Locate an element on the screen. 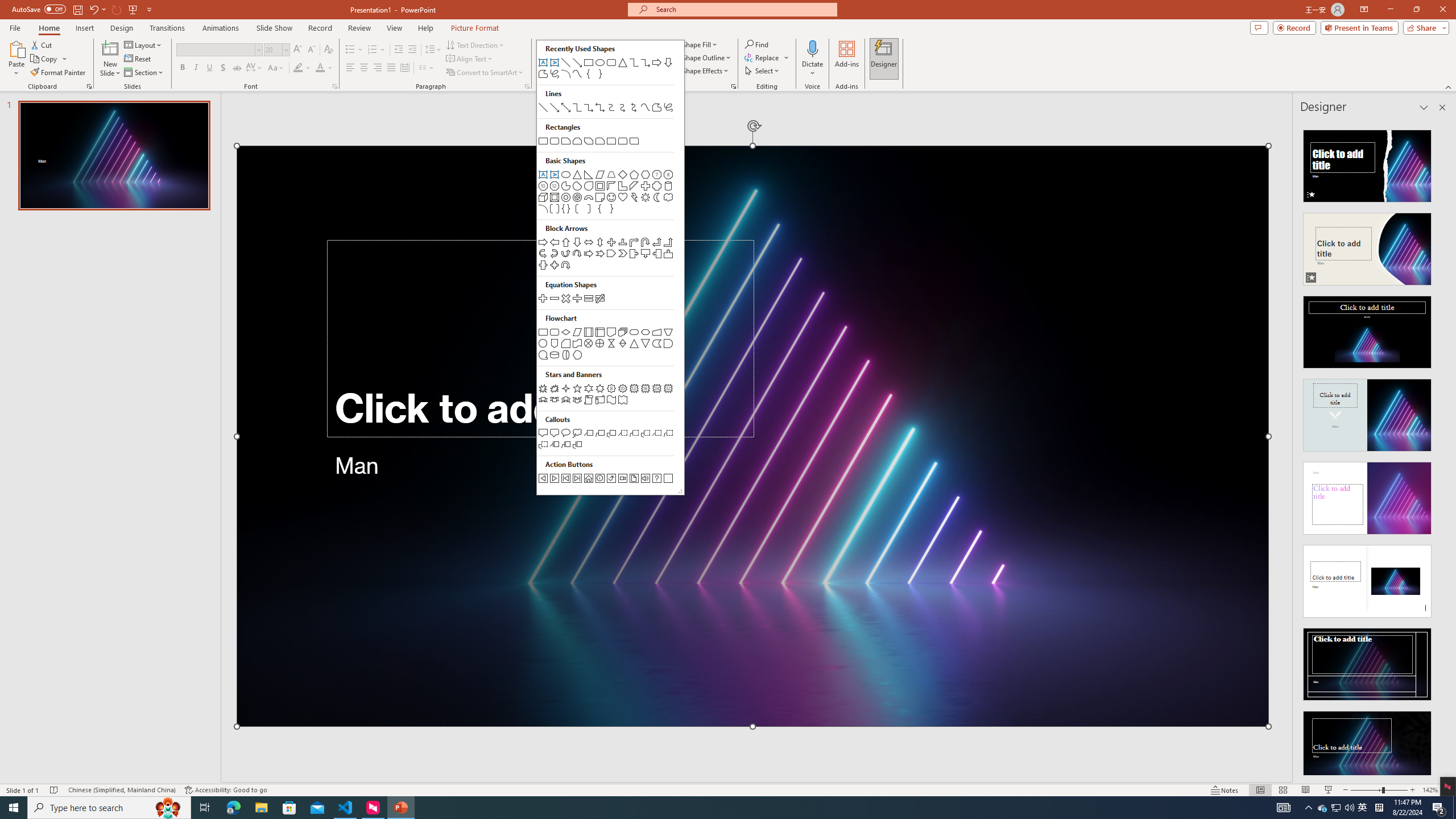 Image resolution: width=1456 pixels, height=819 pixels. 'Layout' is located at coordinates (143, 44).